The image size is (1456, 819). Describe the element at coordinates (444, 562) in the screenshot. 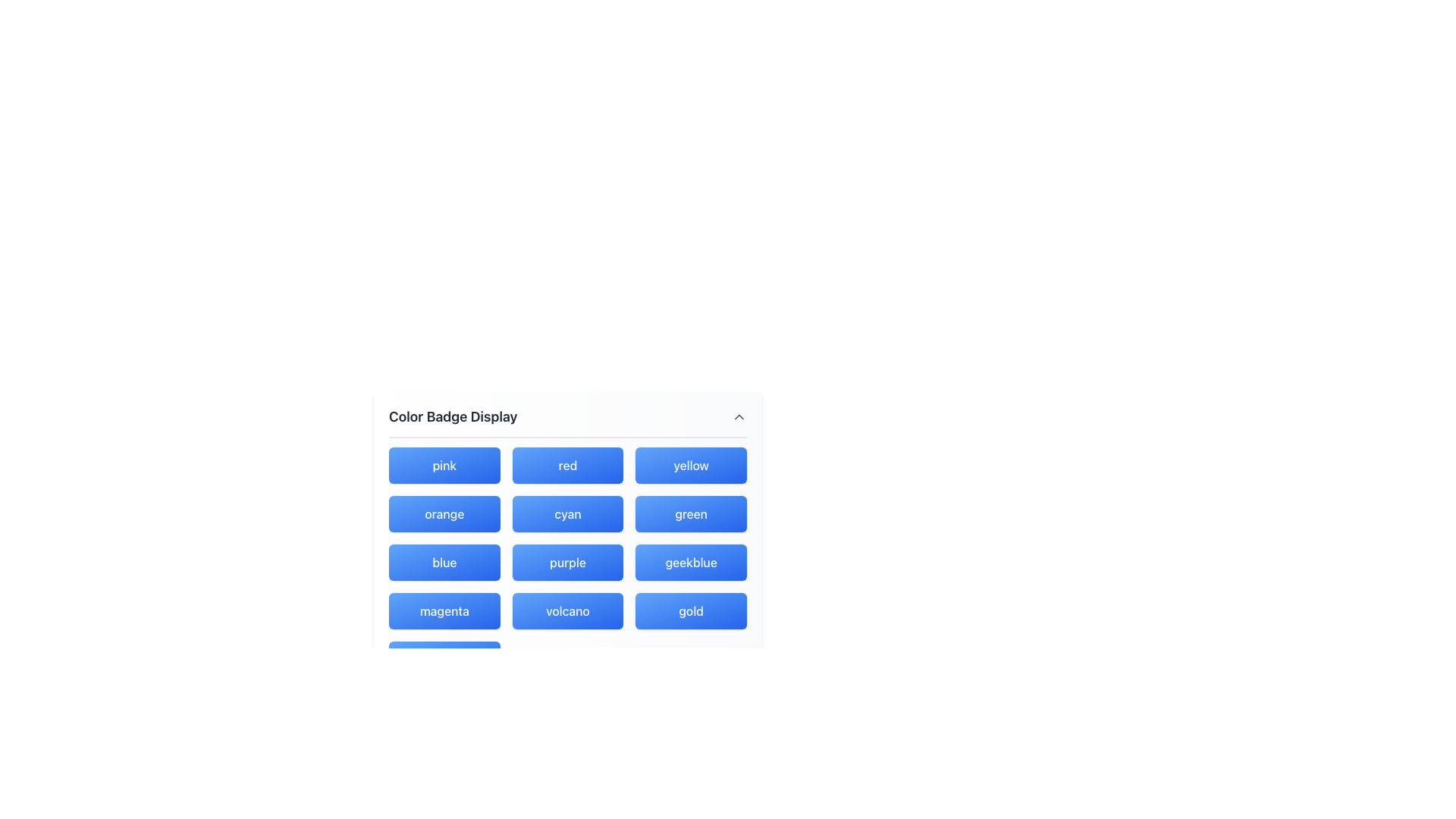

I see `the blue color badge button located in the third row, first column of the grid layout` at that location.